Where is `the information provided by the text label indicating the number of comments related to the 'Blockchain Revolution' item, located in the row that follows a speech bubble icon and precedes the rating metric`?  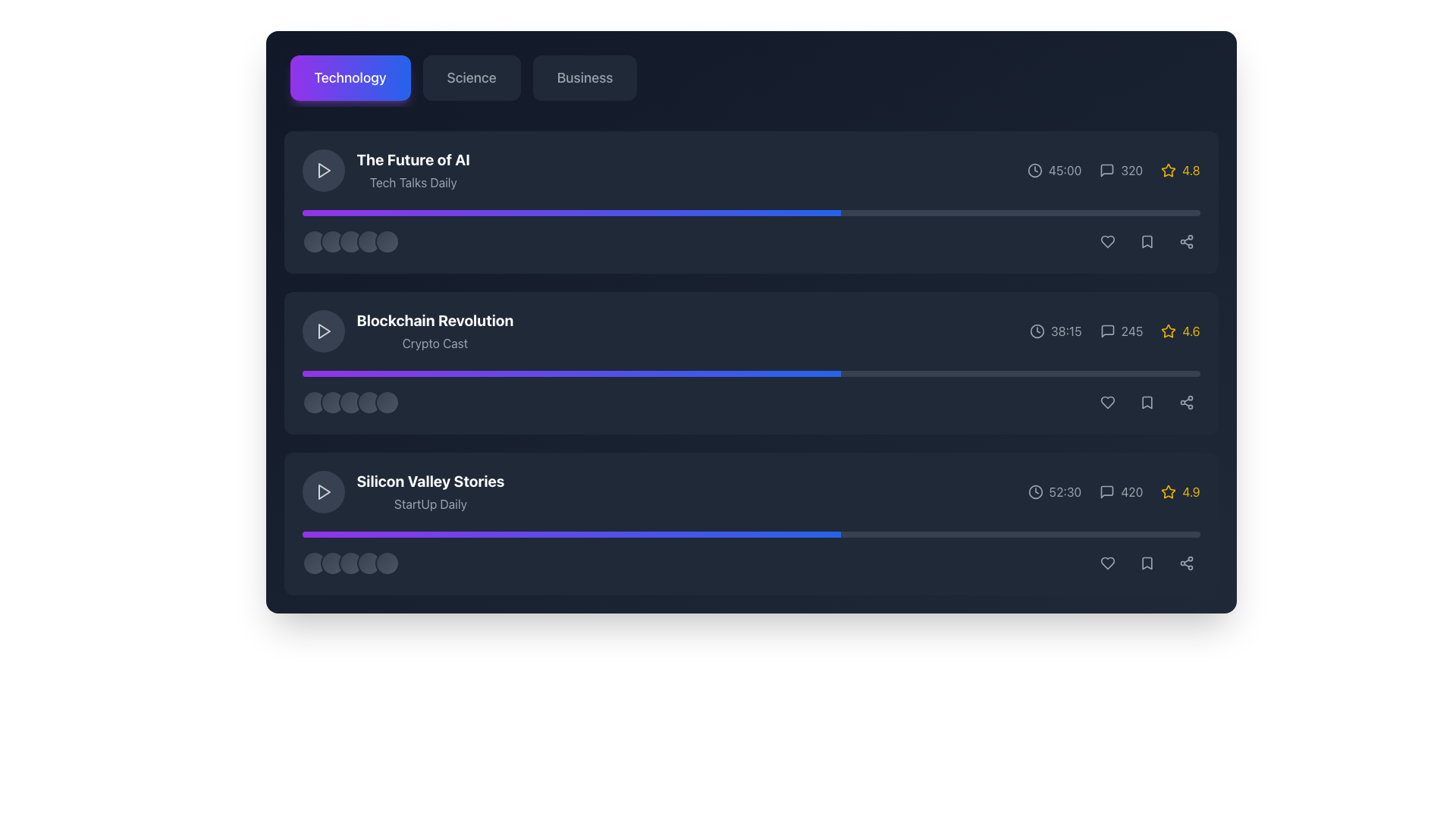 the information provided by the text label indicating the number of comments related to the 'Blockchain Revolution' item, located in the row that follows a speech bubble icon and precedes the rating metric is located at coordinates (1131, 330).